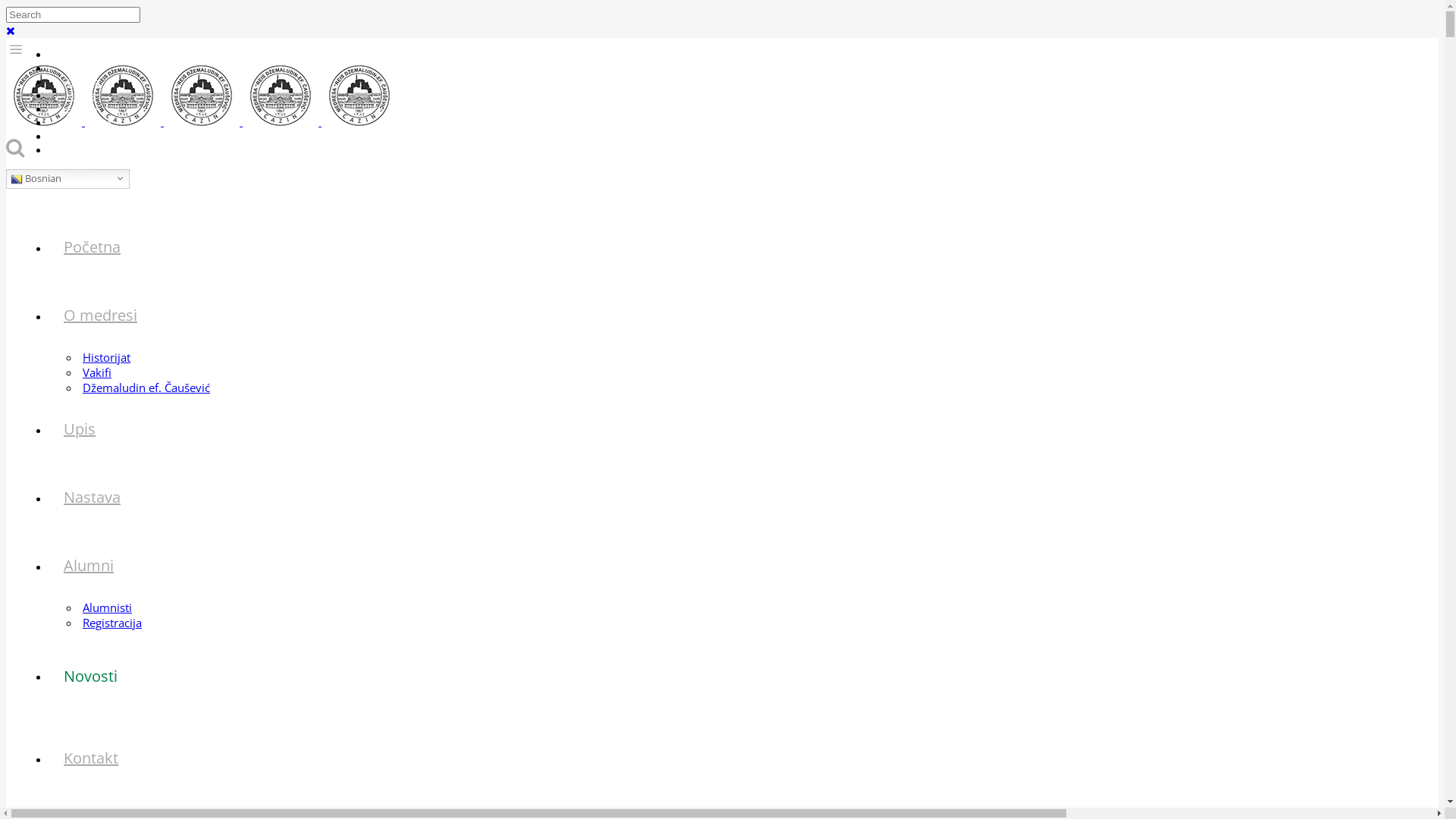 The height and width of the screenshot is (819, 1456). I want to click on 'Novosti', so click(89, 674).